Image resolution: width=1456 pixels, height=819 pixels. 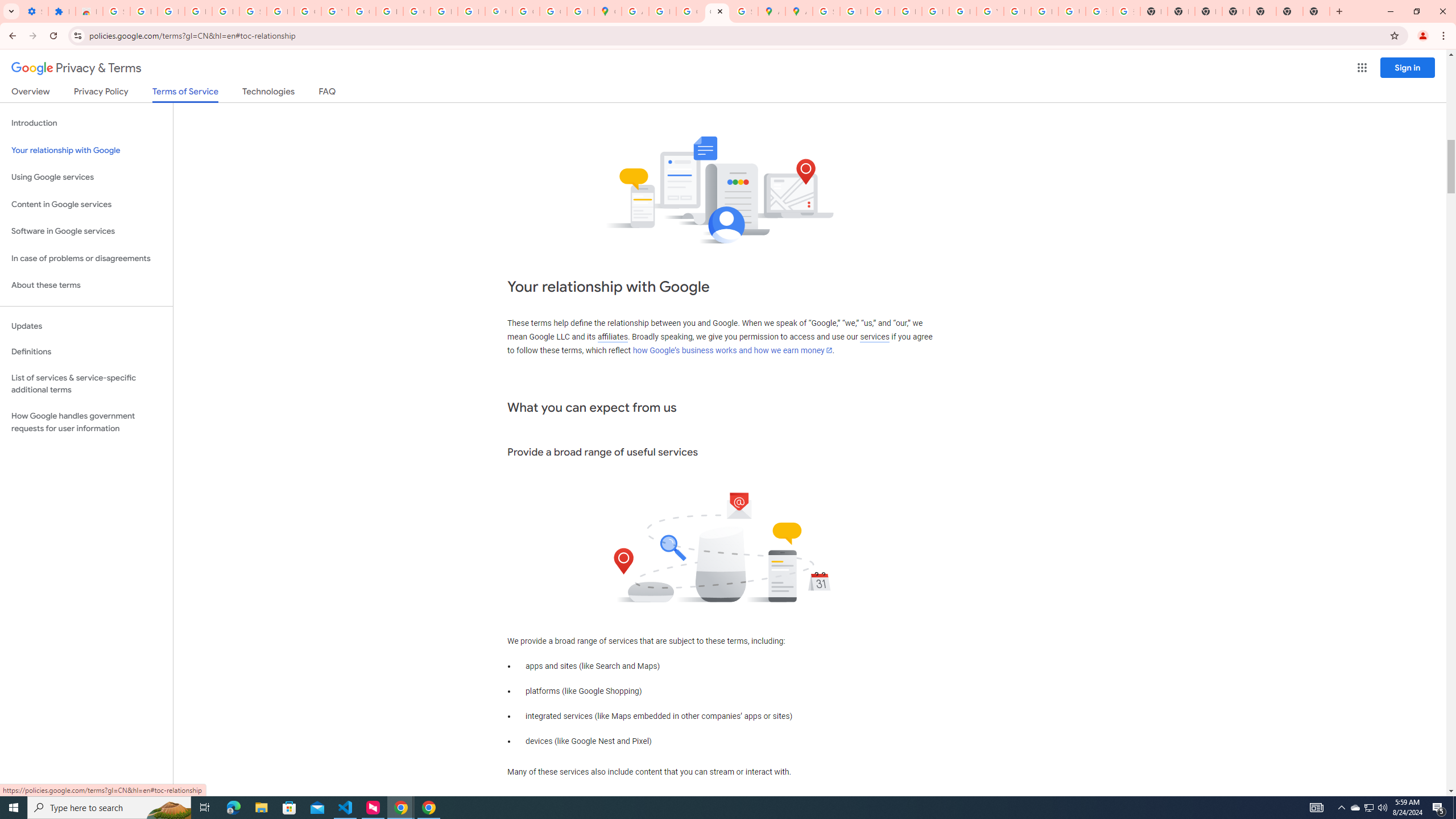 I want to click on 'New Tab', so click(x=1289, y=11).